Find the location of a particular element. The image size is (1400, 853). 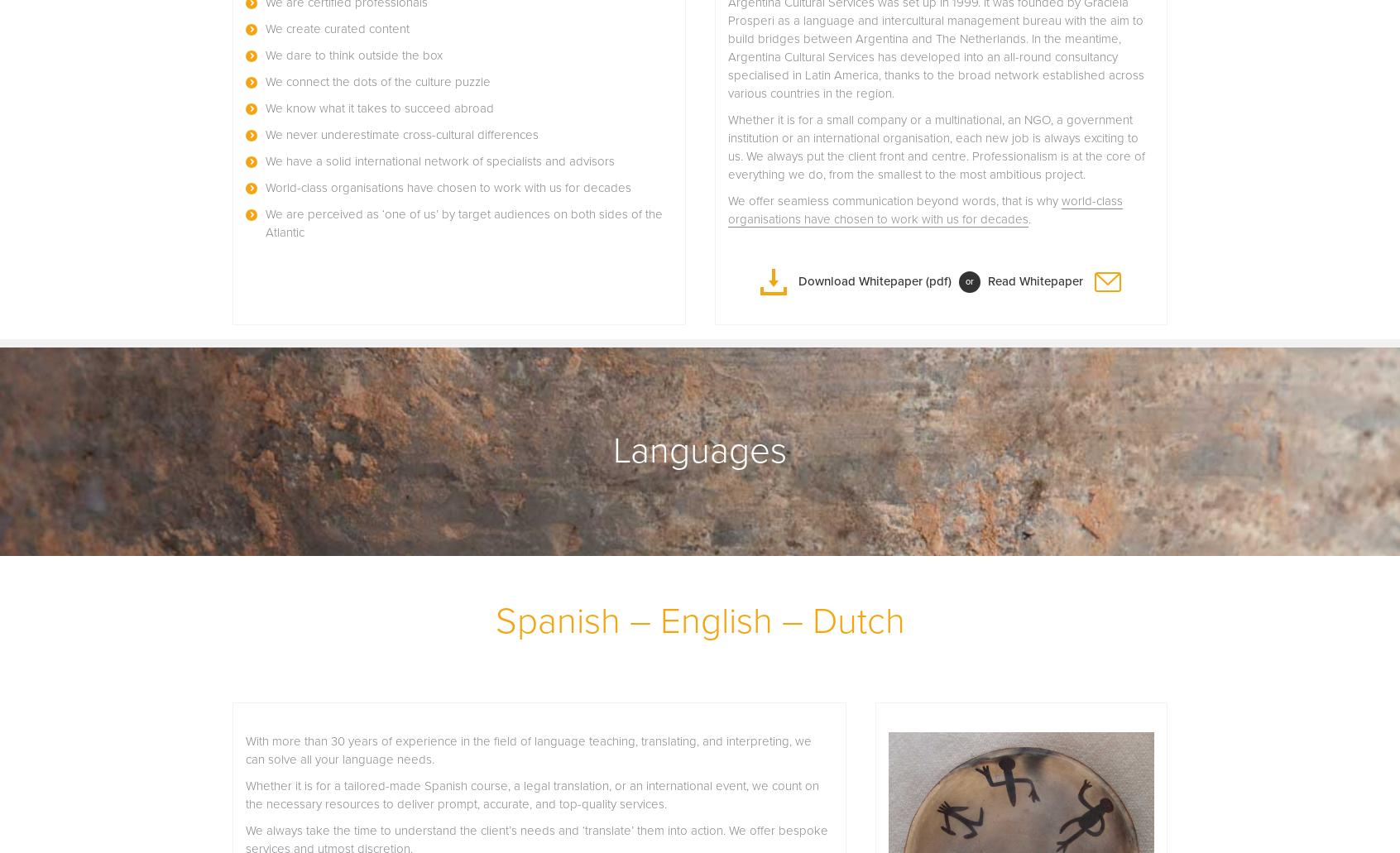

'We dare to think outside the box' is located at coordinates (353, 54).